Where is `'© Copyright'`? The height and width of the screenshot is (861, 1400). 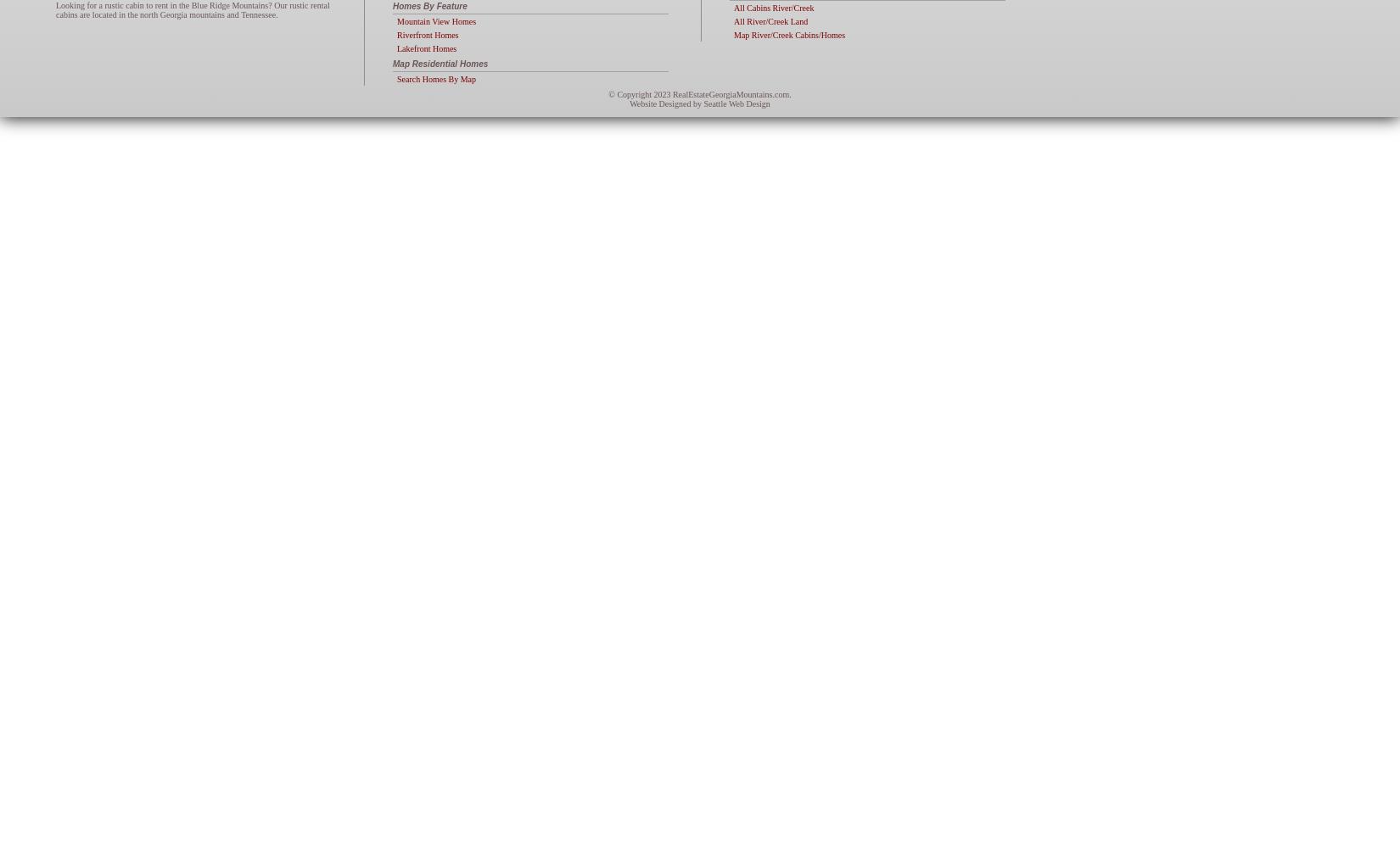
'© Copyright' is located at coordinates (630, 93).